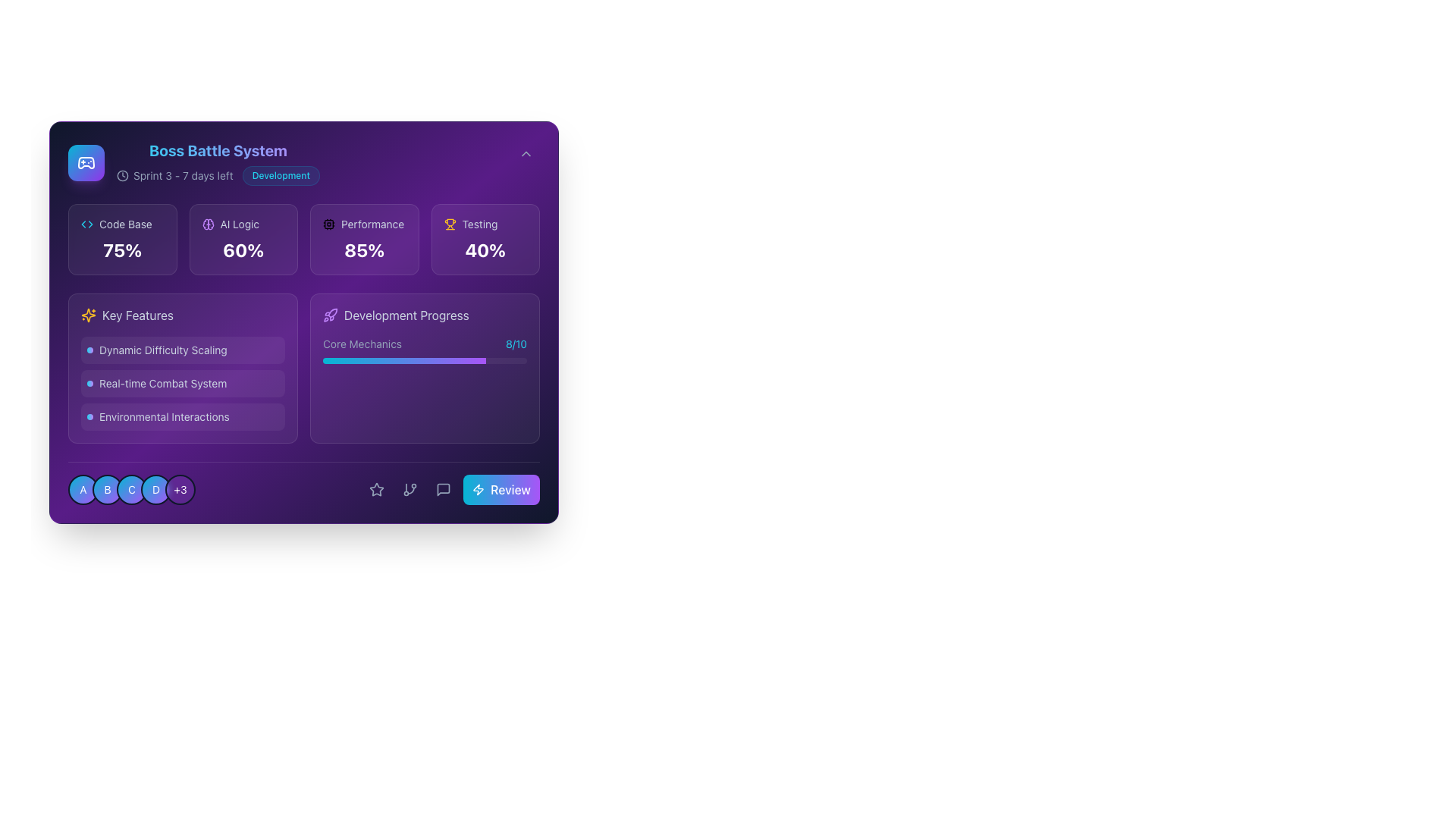 This screenshot has height=819, width=1456. What do you see at coordinates (122, 239) in the screenshot?
I see `the '75%' metric displayed prominently in the top-left interactive metric card labeled 'Code Base' to focus on it` at bounding box center [122, 239].